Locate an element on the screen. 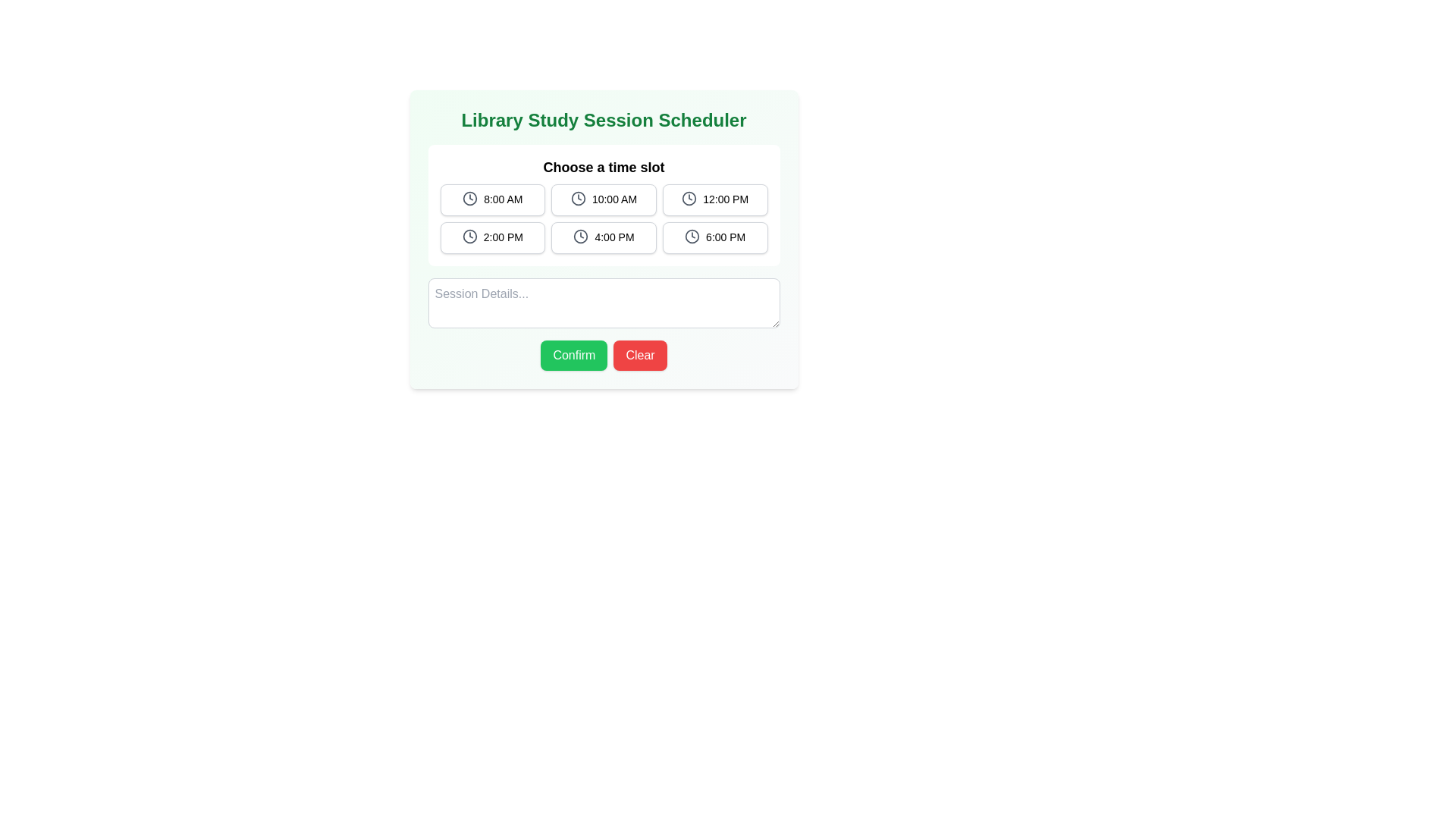 The height and width of the screenshot is (819, 1456). the rectangular button with a clock icon and the text '2:00 PM' is located at coordinates (492, 237).